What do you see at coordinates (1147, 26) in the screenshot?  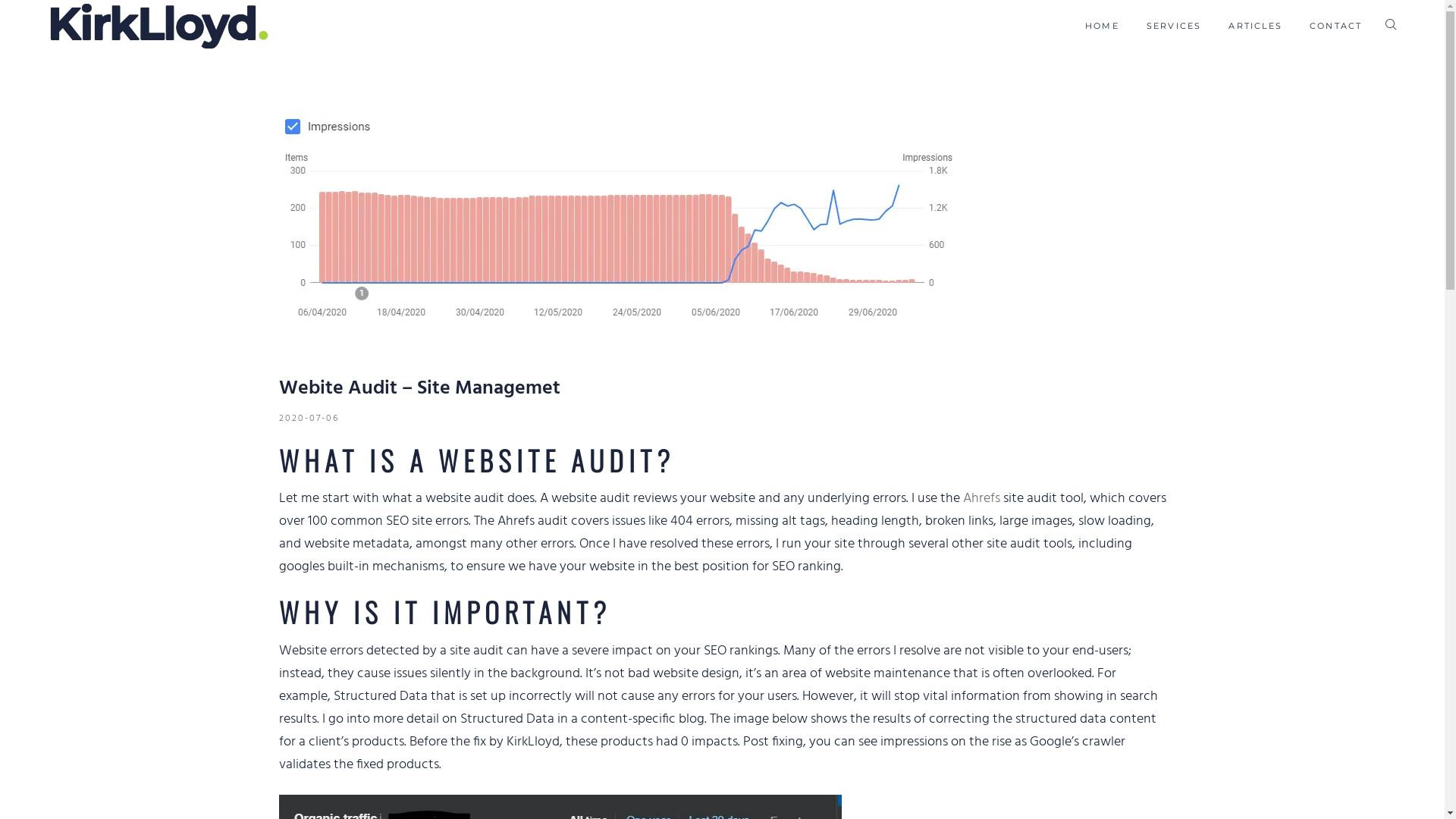 I see `'SERVICES'` at bounding box center [1147, 26].